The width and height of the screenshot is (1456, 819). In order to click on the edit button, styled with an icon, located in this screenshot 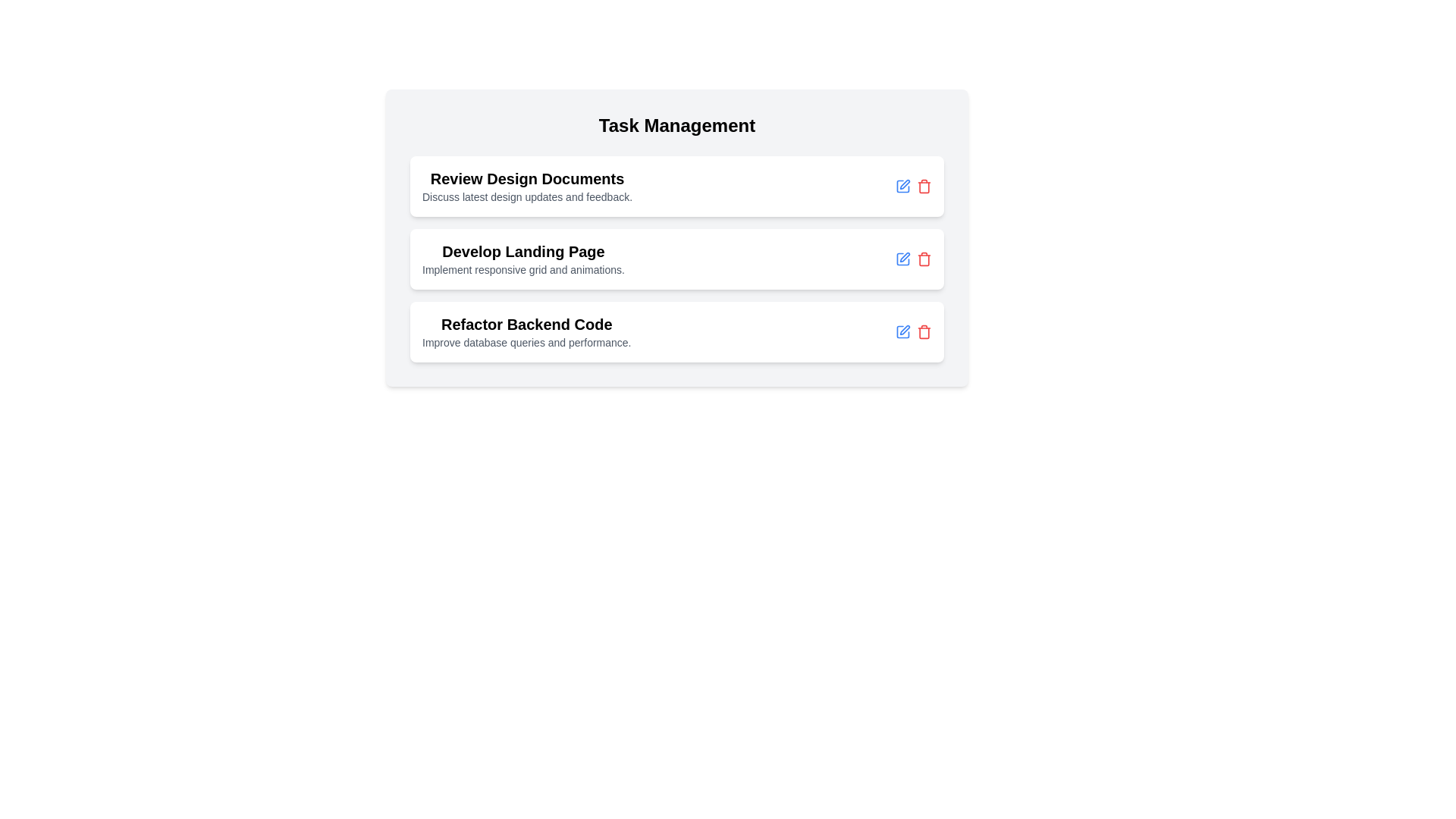, I will do `click(902, 259)`.